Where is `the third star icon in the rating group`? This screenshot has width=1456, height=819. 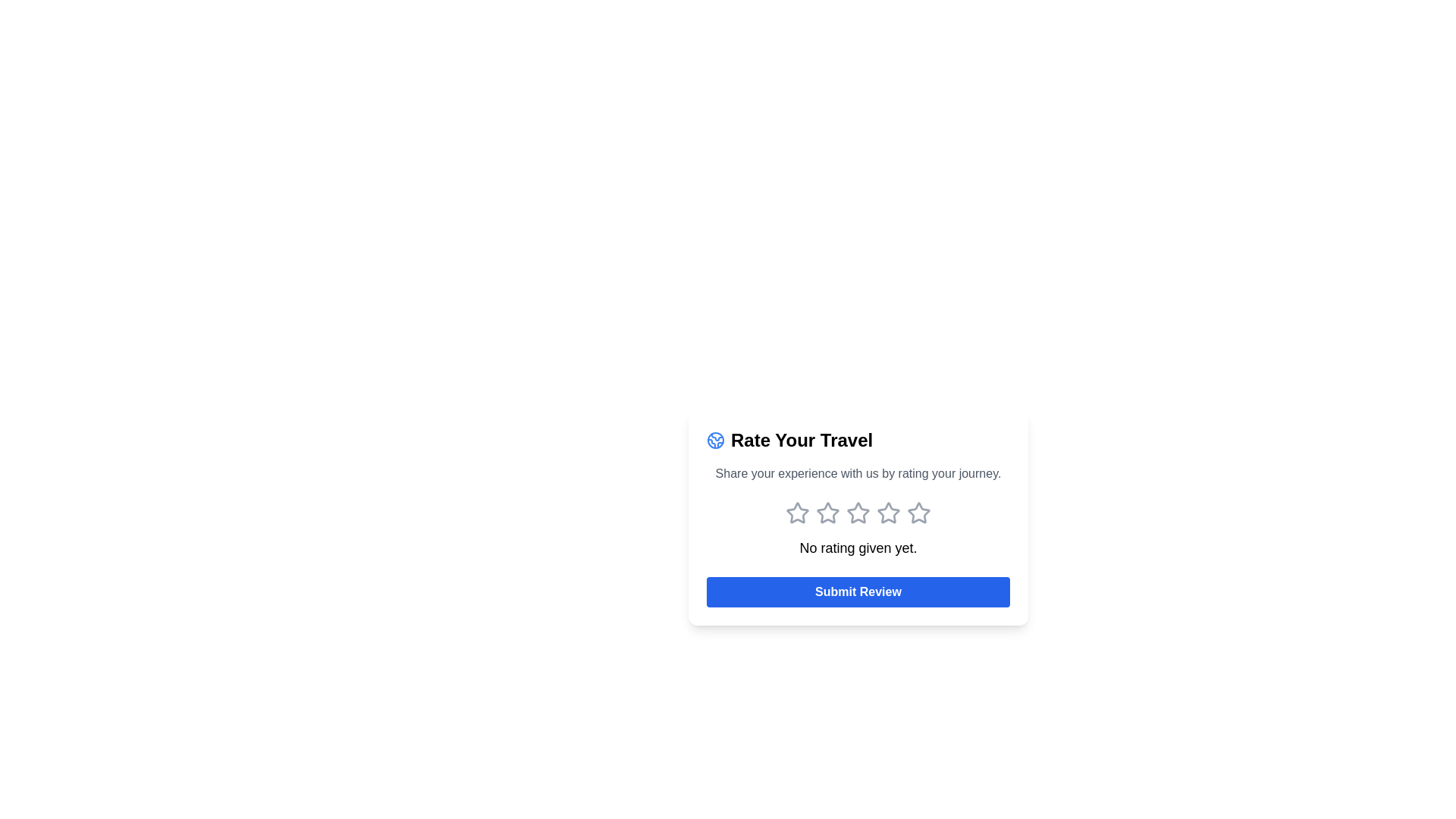
the third star icon in the rating group is located at coordinates (858, 513).